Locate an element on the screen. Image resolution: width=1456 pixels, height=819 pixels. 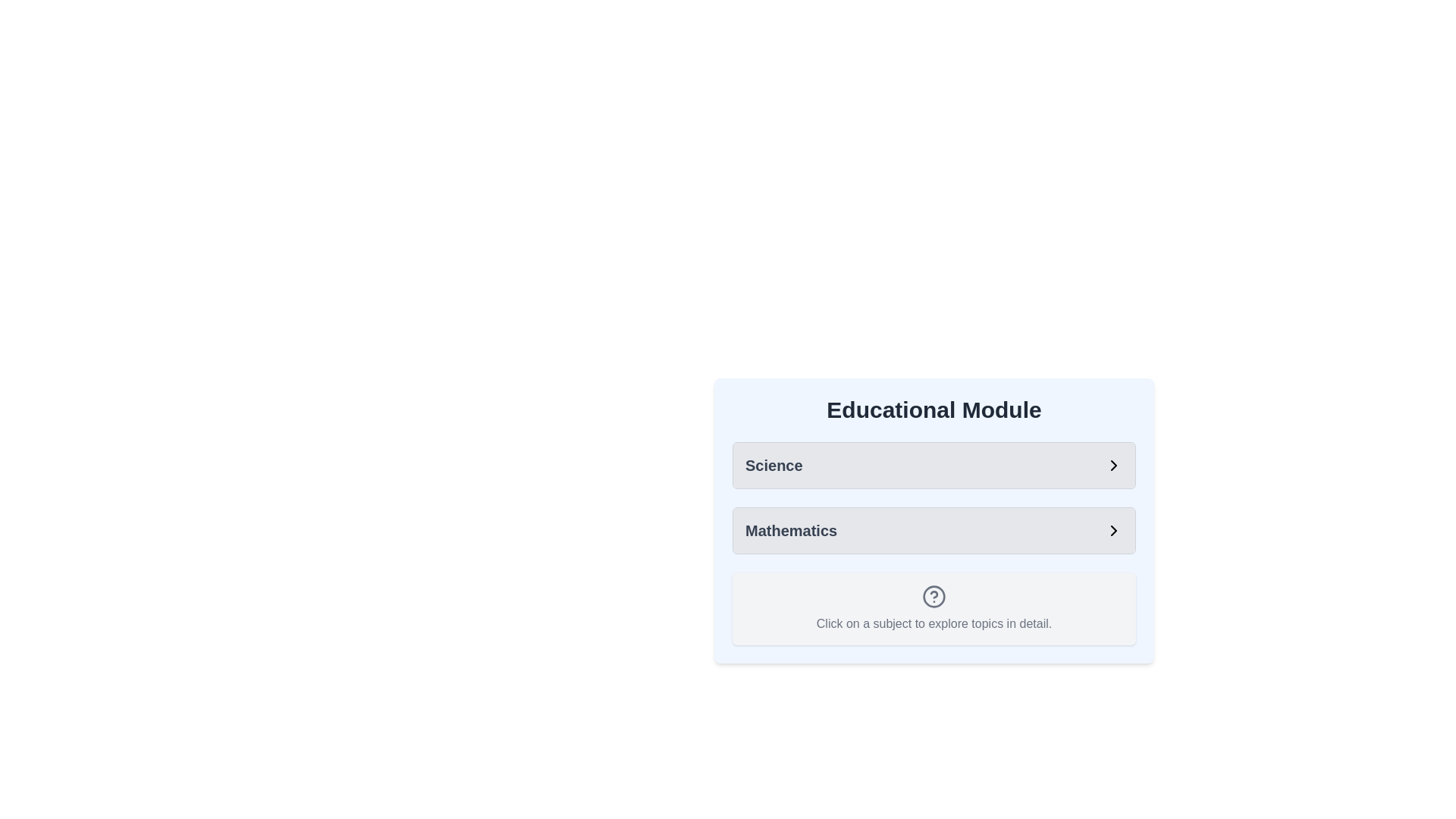
the right-facing chevron arrow icon located on the far right side of the 'Mathematics' row, which indicates a directional or navigation purpose is located at coordinates (1113, 529).